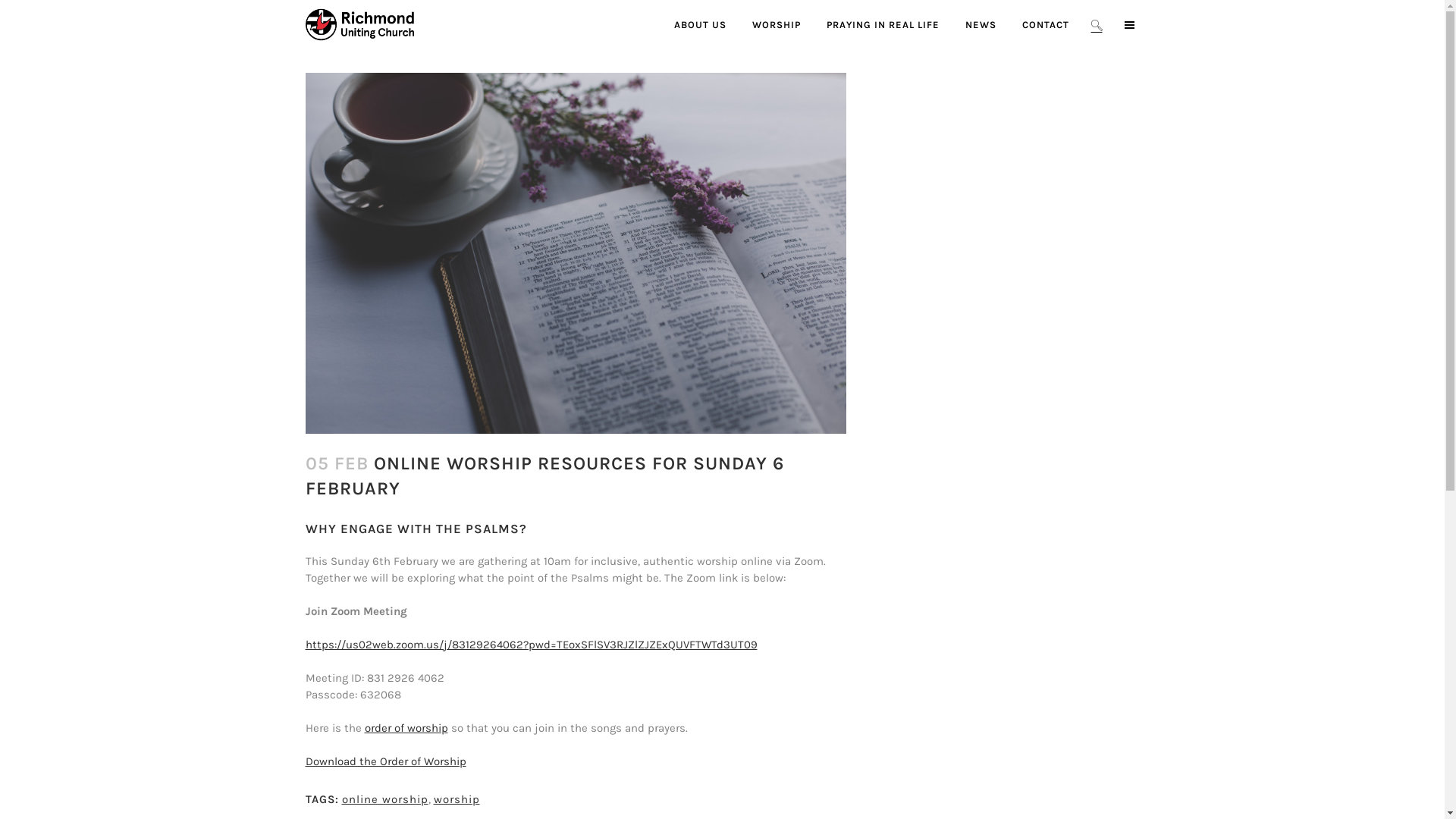  What do you see at coordinates (661, 24) in the screenshot?
I see `'ABOUT US'` at bounding box center [661, 24].